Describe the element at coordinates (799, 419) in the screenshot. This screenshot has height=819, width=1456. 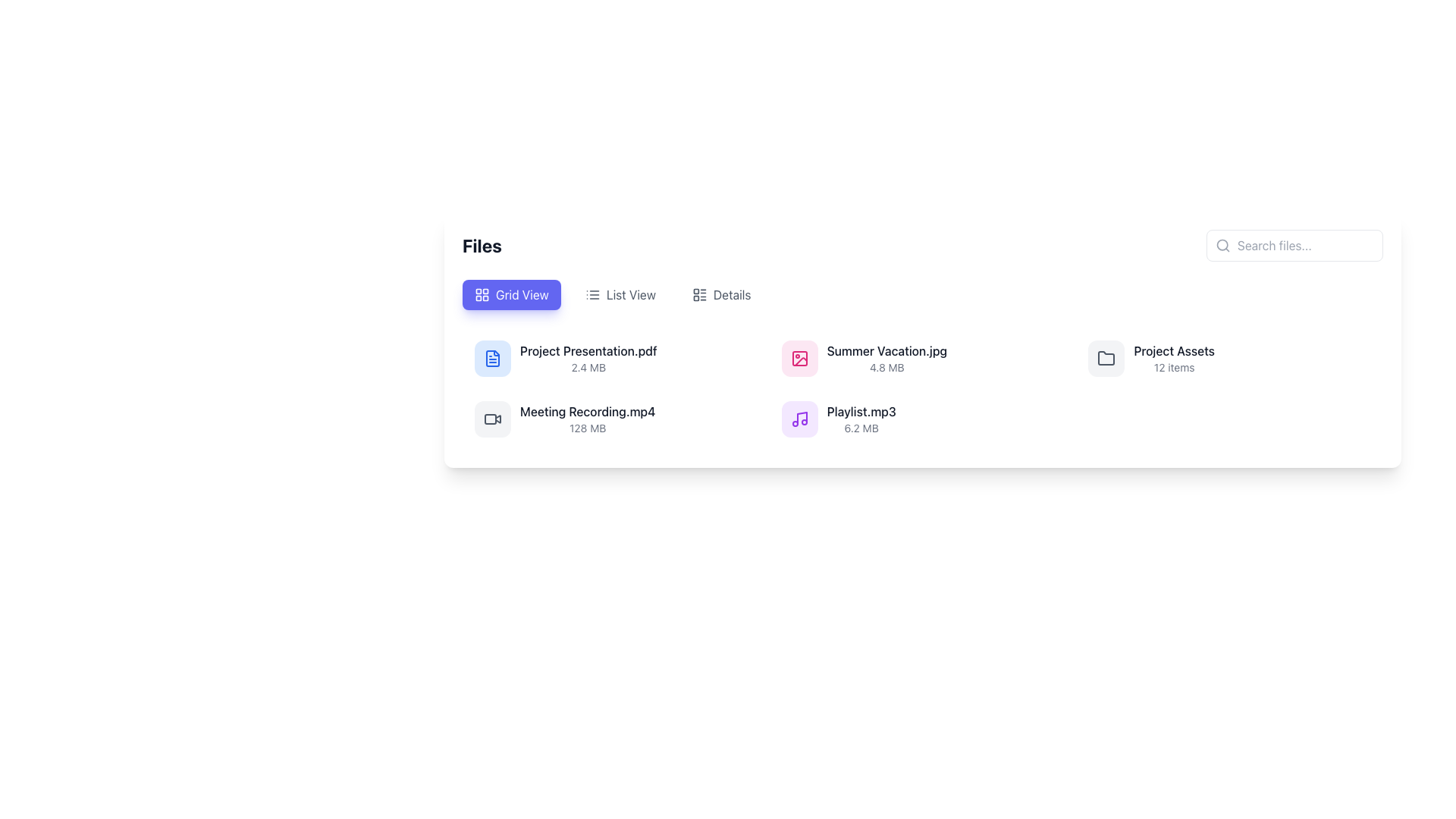
I see `the small purple music note icon located within a rounded rectangular box, situated to the left of the text 'Playlist.mp3' and '6.2 MB'` at that location.